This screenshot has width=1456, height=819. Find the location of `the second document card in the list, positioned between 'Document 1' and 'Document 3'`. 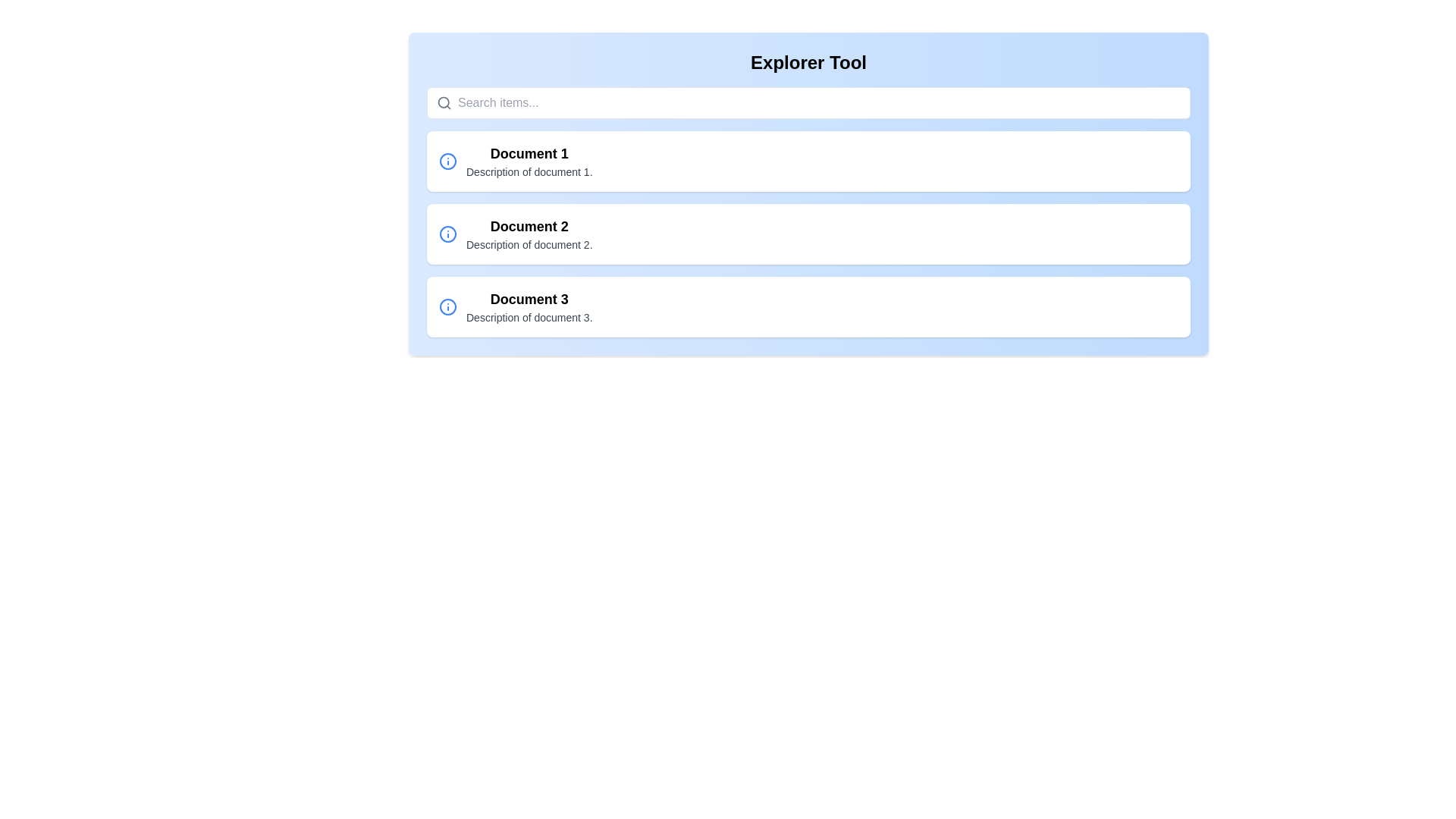

the second document card in the list, positioned between 'Document 1' and 'Document 3' is located at coordinates (808, 234).